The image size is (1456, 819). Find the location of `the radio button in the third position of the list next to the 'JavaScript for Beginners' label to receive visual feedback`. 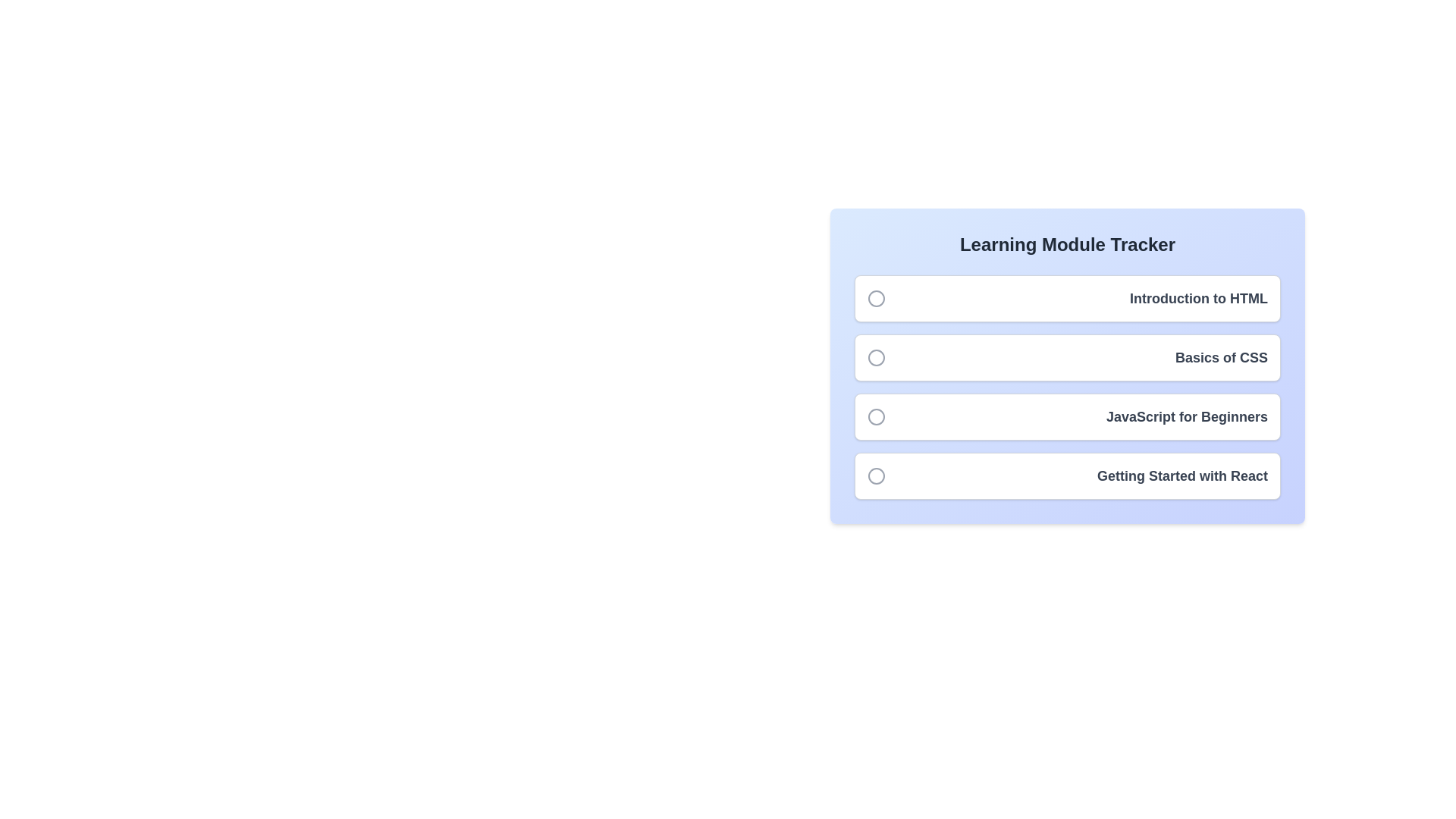

the radio button in the third position of the list next to the 'JavaScript for Beginners' label to receive visual feedback is located at coordinates (877, 417).